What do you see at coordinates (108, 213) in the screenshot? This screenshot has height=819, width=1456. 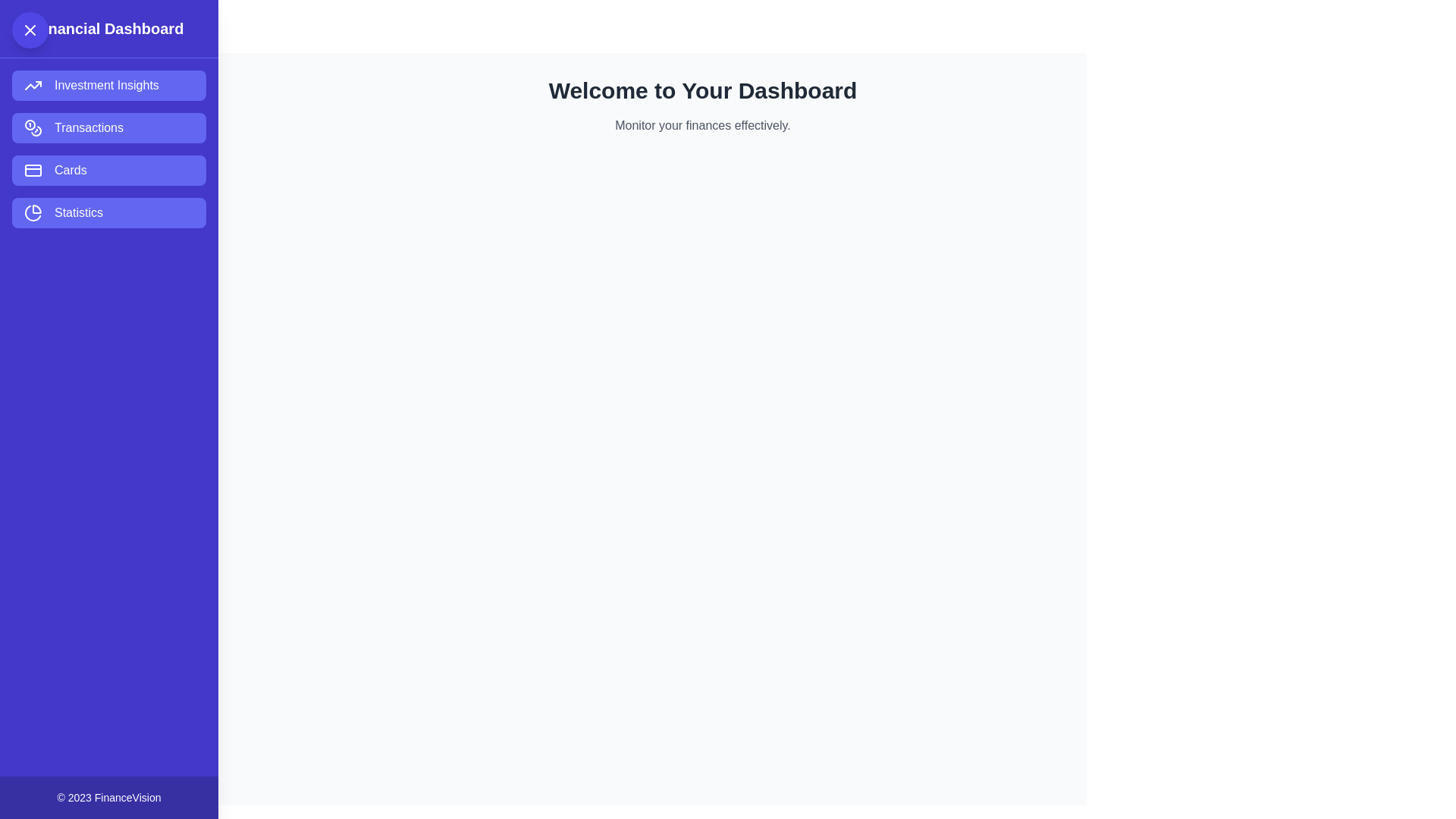 I see `keyboard navigation` at bounding box center [108, 213].